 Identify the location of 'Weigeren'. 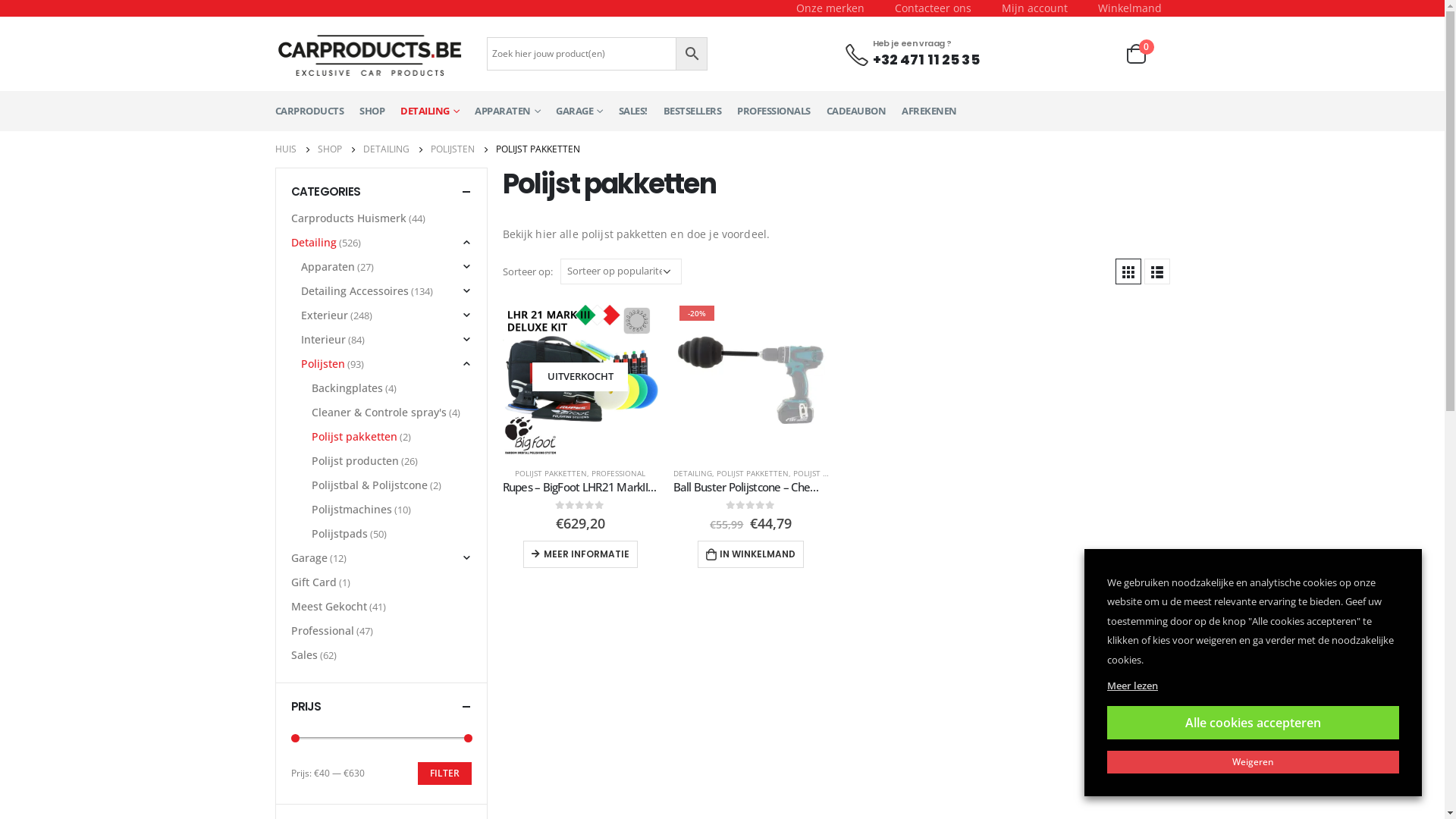
(1253, 762).